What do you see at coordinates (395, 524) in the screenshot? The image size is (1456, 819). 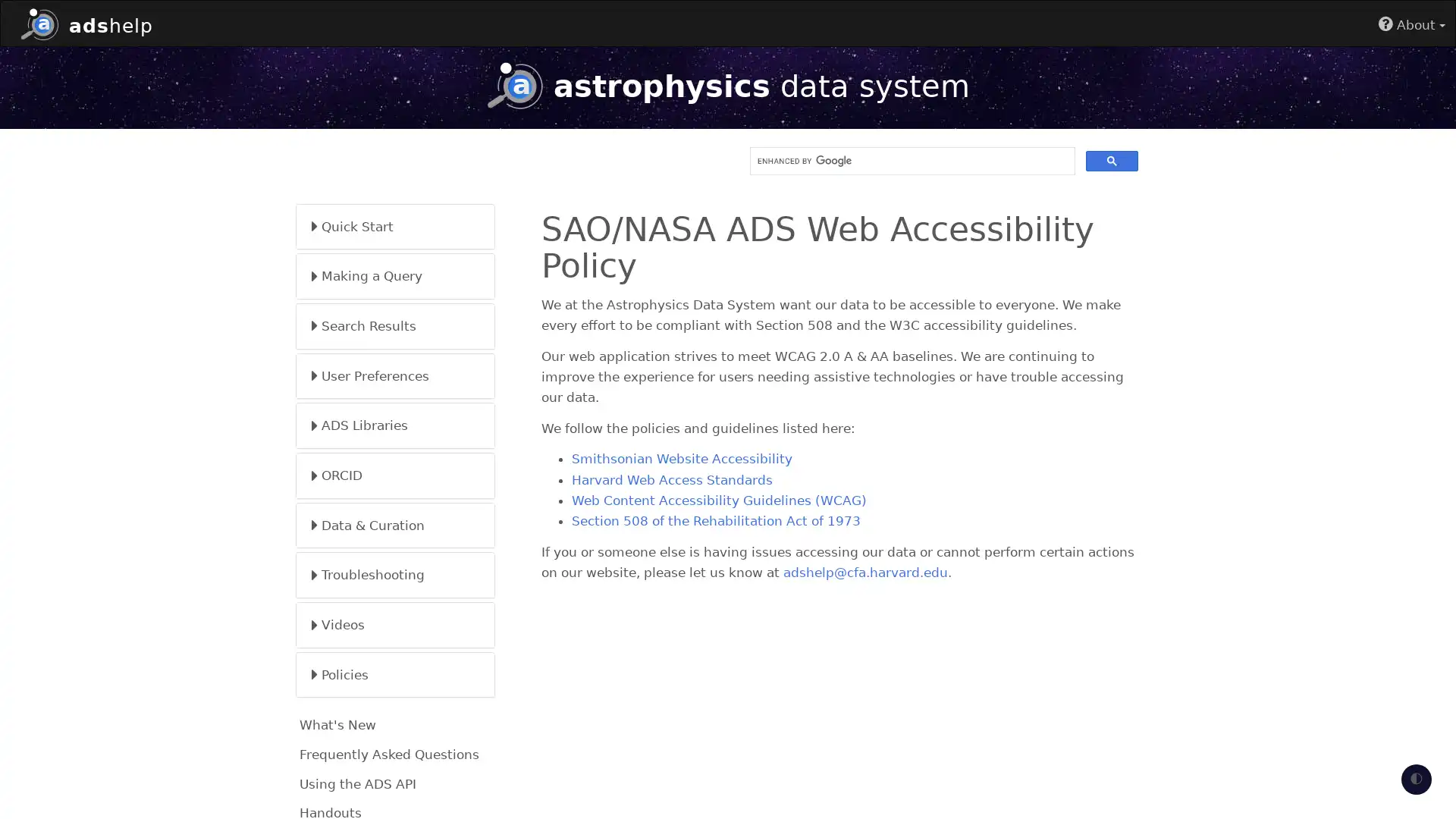 I see `Data & Curation` at bounding box center [395, 524].